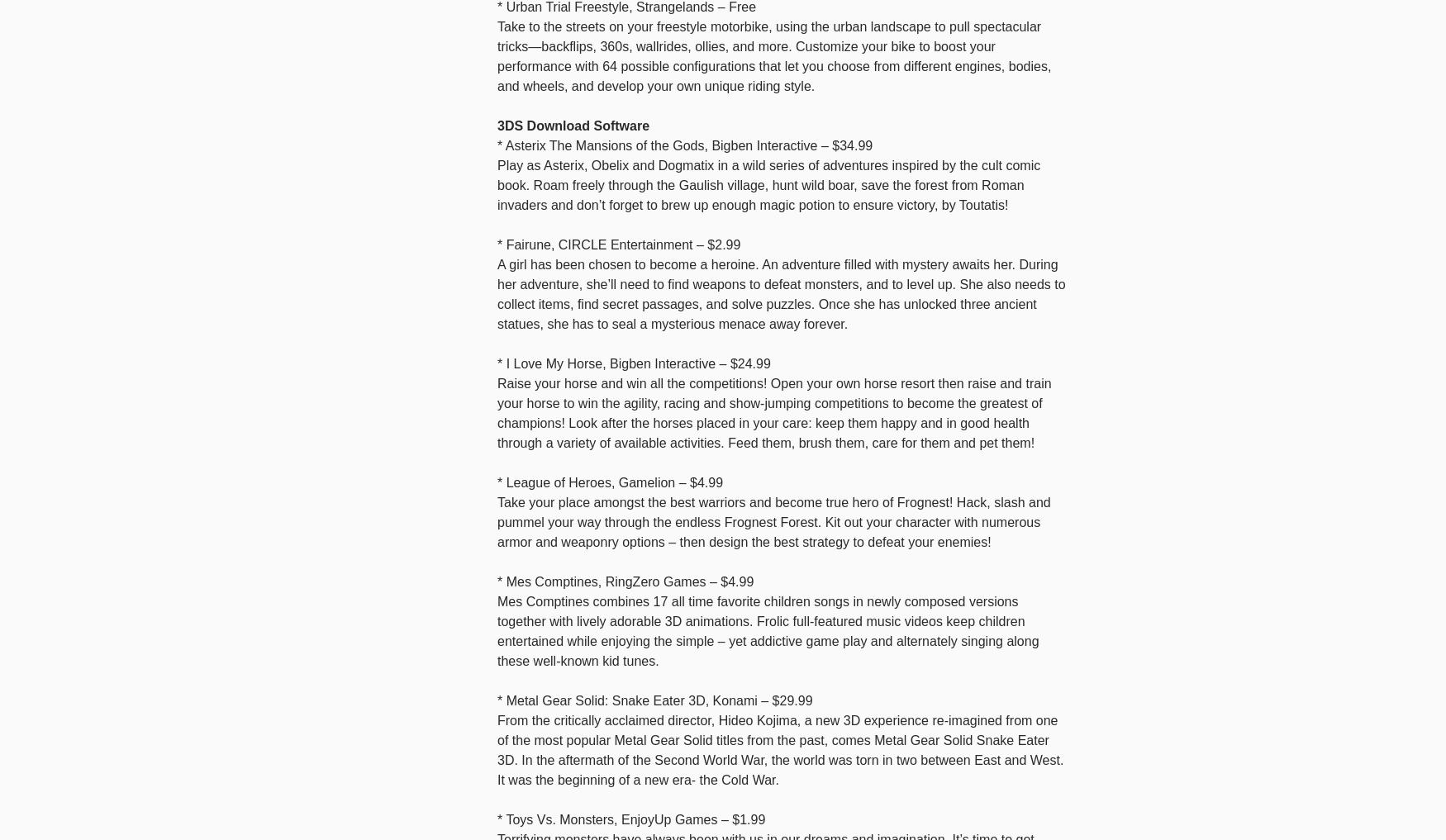 The image size is (1446, 840). Describe the element at coordinates (497, 580) in the screenshot. I see `'* Mes Comptines, RingZero Games – $4.99'` at that location.